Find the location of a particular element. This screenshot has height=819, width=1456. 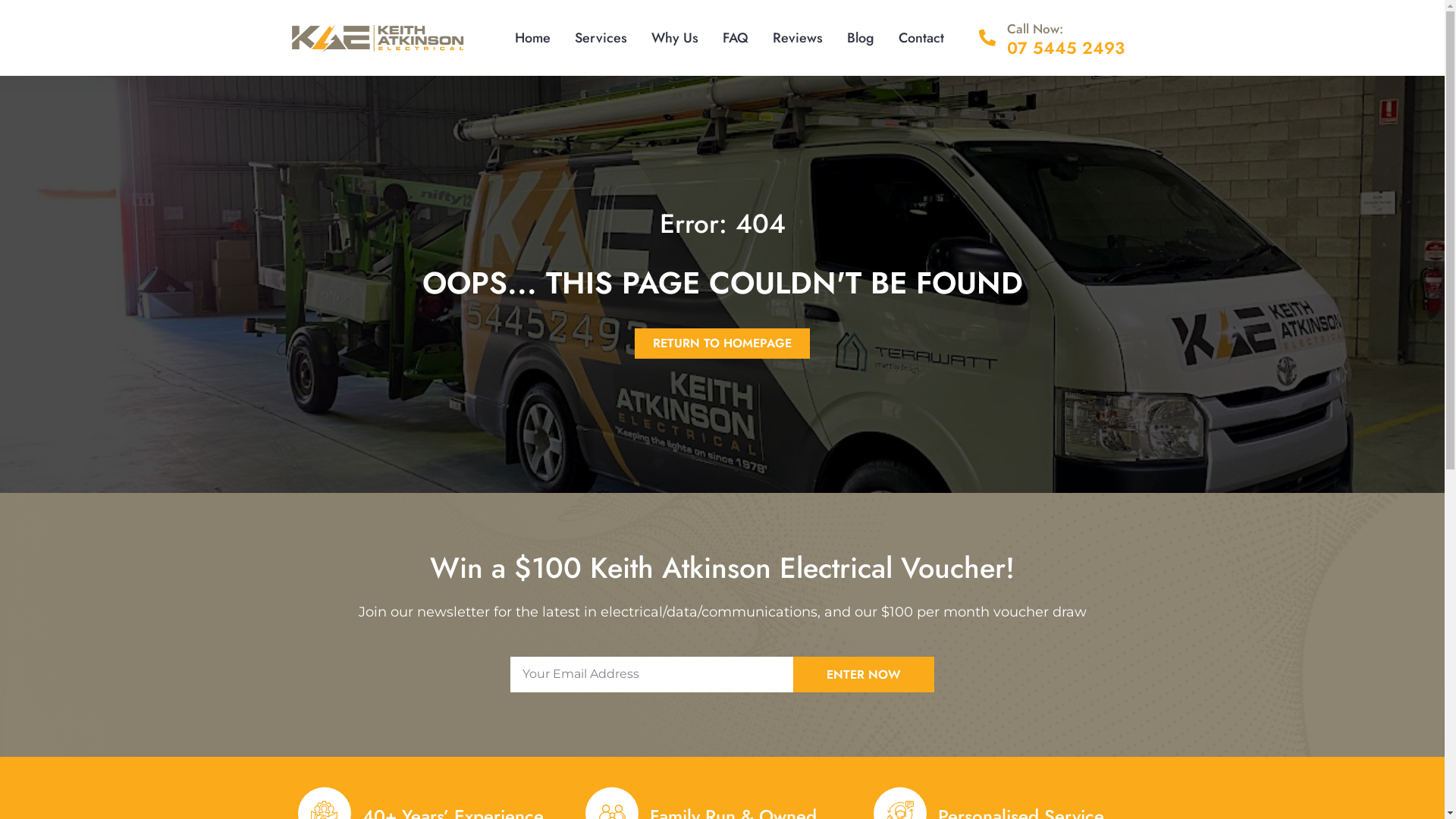

'Reviews' is located at coordinates (796, 37).